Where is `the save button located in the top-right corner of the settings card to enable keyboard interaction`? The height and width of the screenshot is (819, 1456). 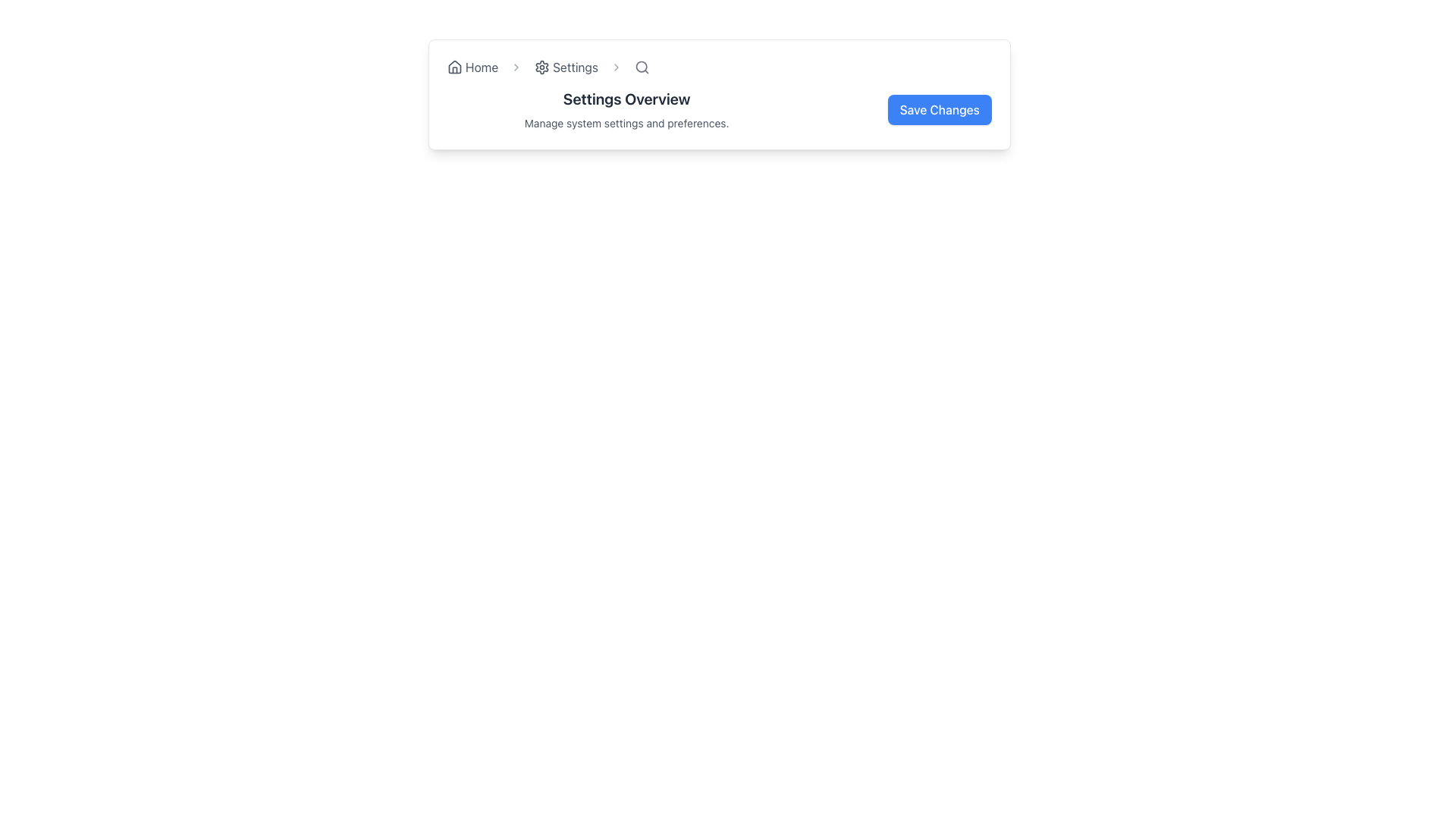 the save button located in the top-right corner of the settings card to enable keyboard interaction is located at coordinates (939, 109).